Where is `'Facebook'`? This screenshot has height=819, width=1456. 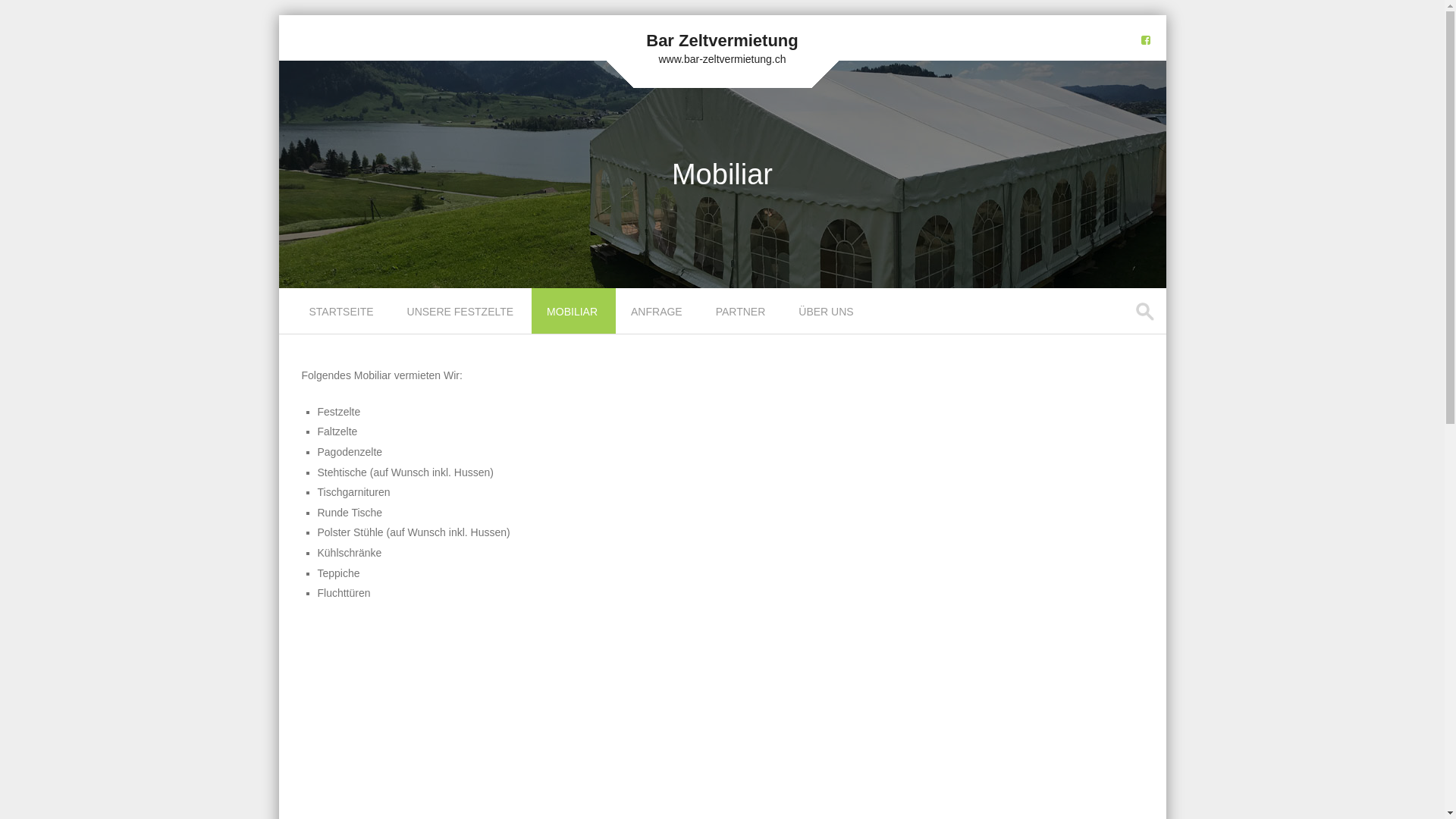
'Facebook' is located at coordinates (1145, 39).